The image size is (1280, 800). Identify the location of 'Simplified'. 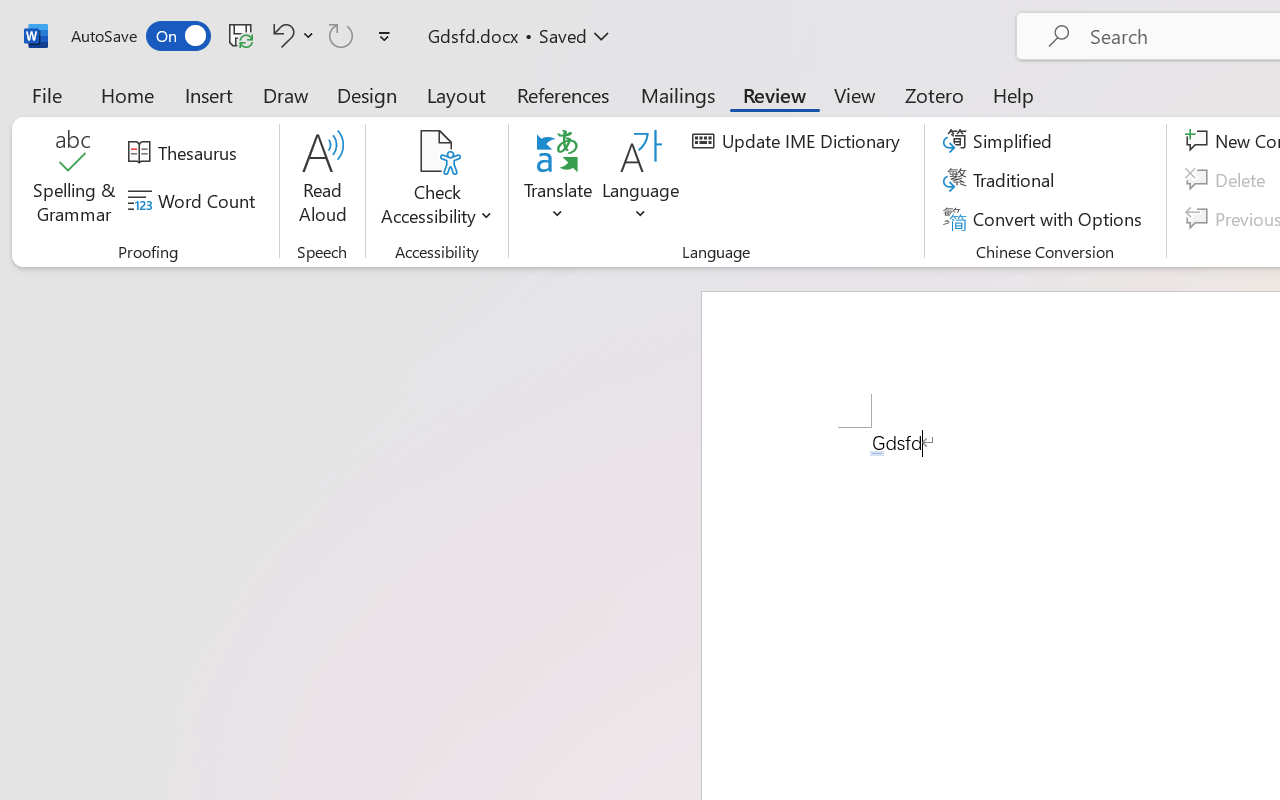
(1000, 141).